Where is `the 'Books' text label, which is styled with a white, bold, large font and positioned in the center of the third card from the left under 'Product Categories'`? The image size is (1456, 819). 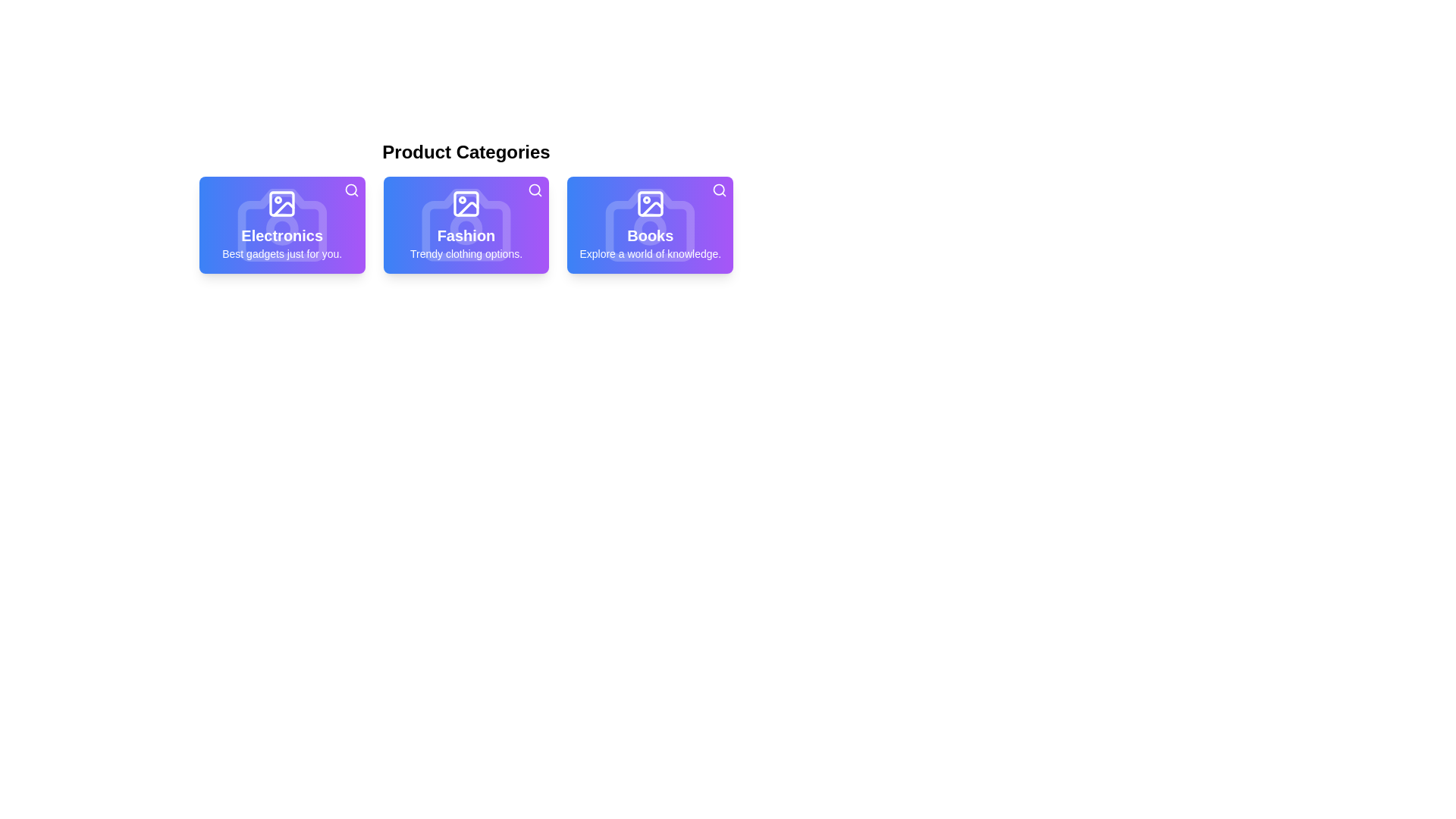
the 'Books' text label, which is styled with a white, bold, large font and positioned in the center of the third card from the left under 'Product Categories' is located at coordinates (650, 236).